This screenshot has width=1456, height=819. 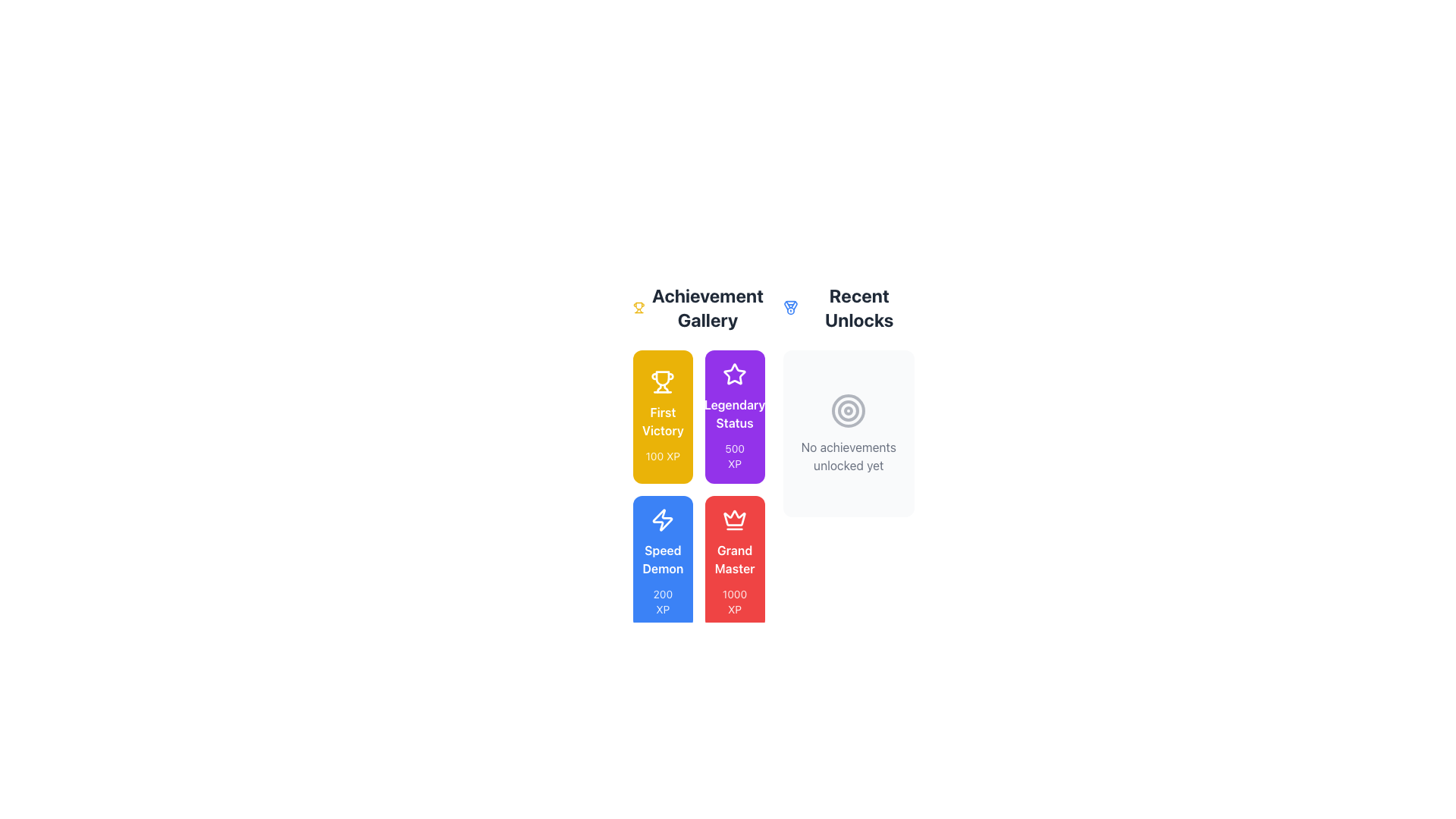 What do you see at coordinates (662, 421) in the screenshot?
I see `the 'First Victory' text label, which serves as a descriptor for the achievement in the Achievement Gallery` at bounding box center [662, 421].